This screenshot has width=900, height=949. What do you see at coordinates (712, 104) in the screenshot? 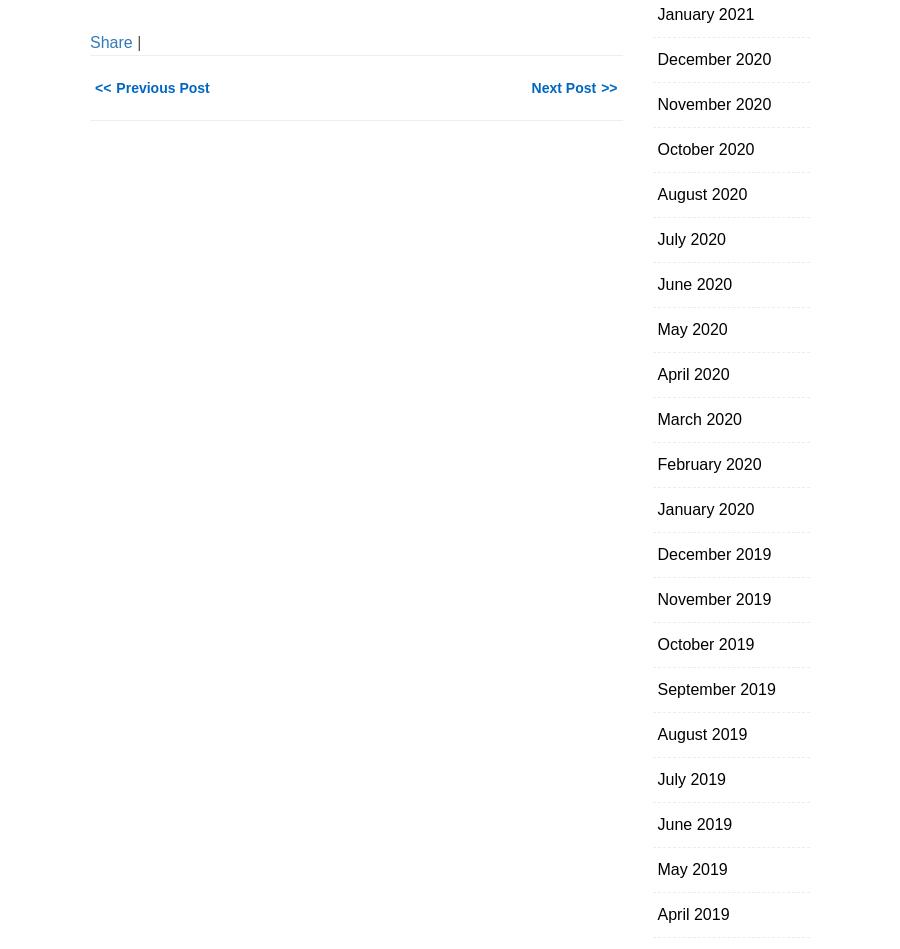
I see `'November 2020'` at bounding box center [712, 104].